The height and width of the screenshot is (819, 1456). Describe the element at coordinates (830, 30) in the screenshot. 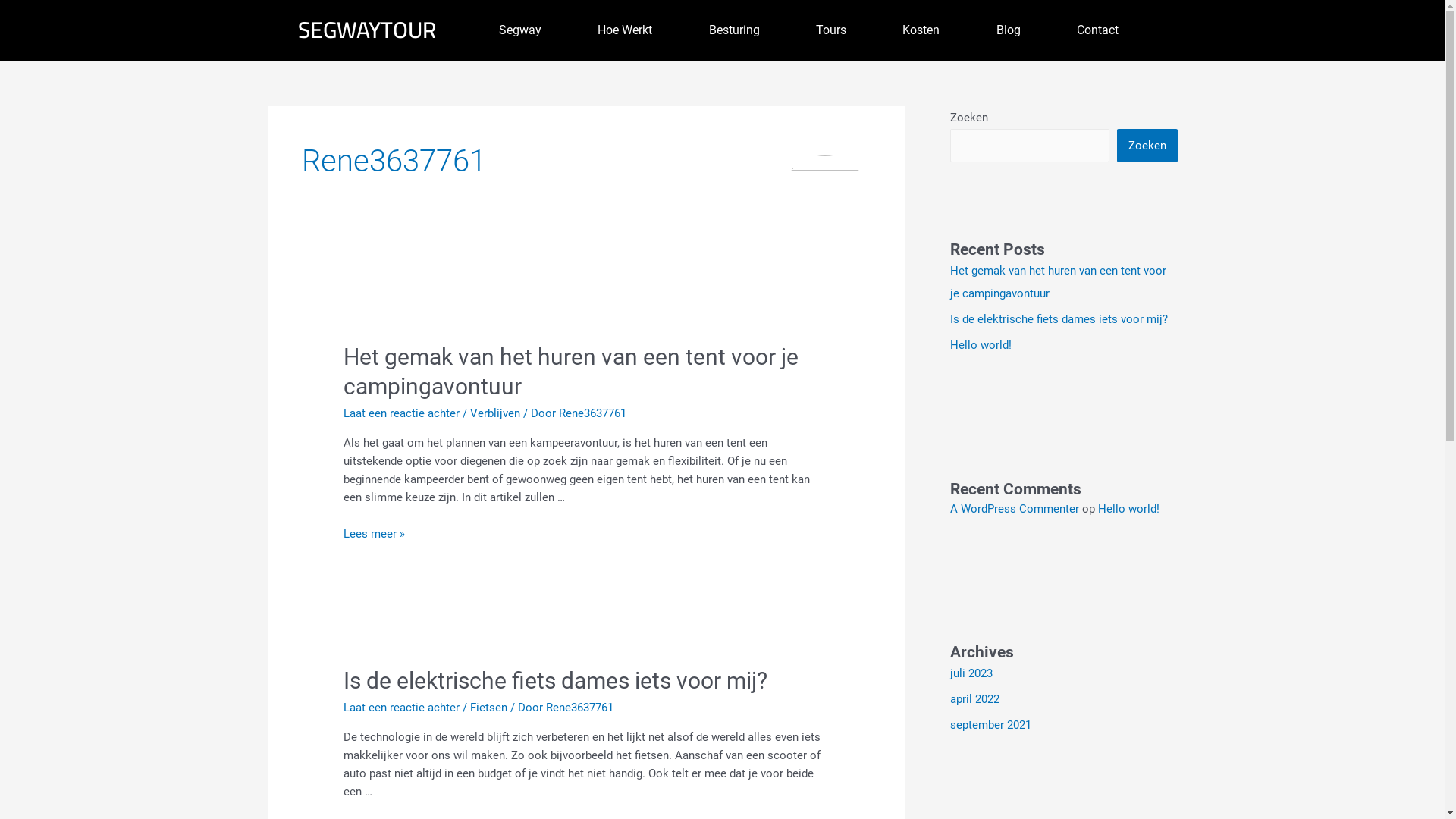

I see `'Tours'` at that location.